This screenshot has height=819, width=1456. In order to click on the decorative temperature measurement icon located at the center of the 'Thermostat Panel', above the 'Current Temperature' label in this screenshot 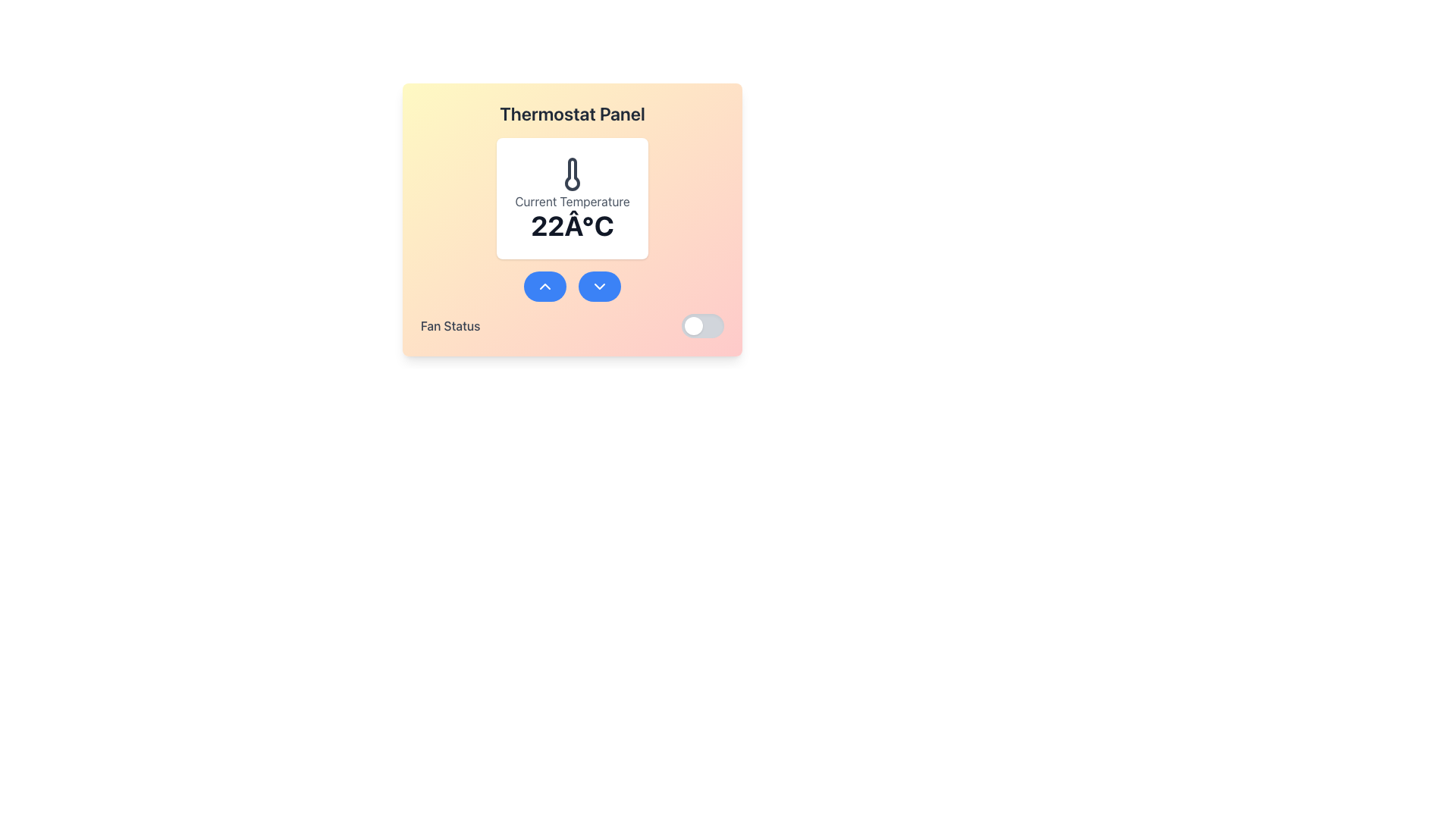, I will do `click(571, 174)`.